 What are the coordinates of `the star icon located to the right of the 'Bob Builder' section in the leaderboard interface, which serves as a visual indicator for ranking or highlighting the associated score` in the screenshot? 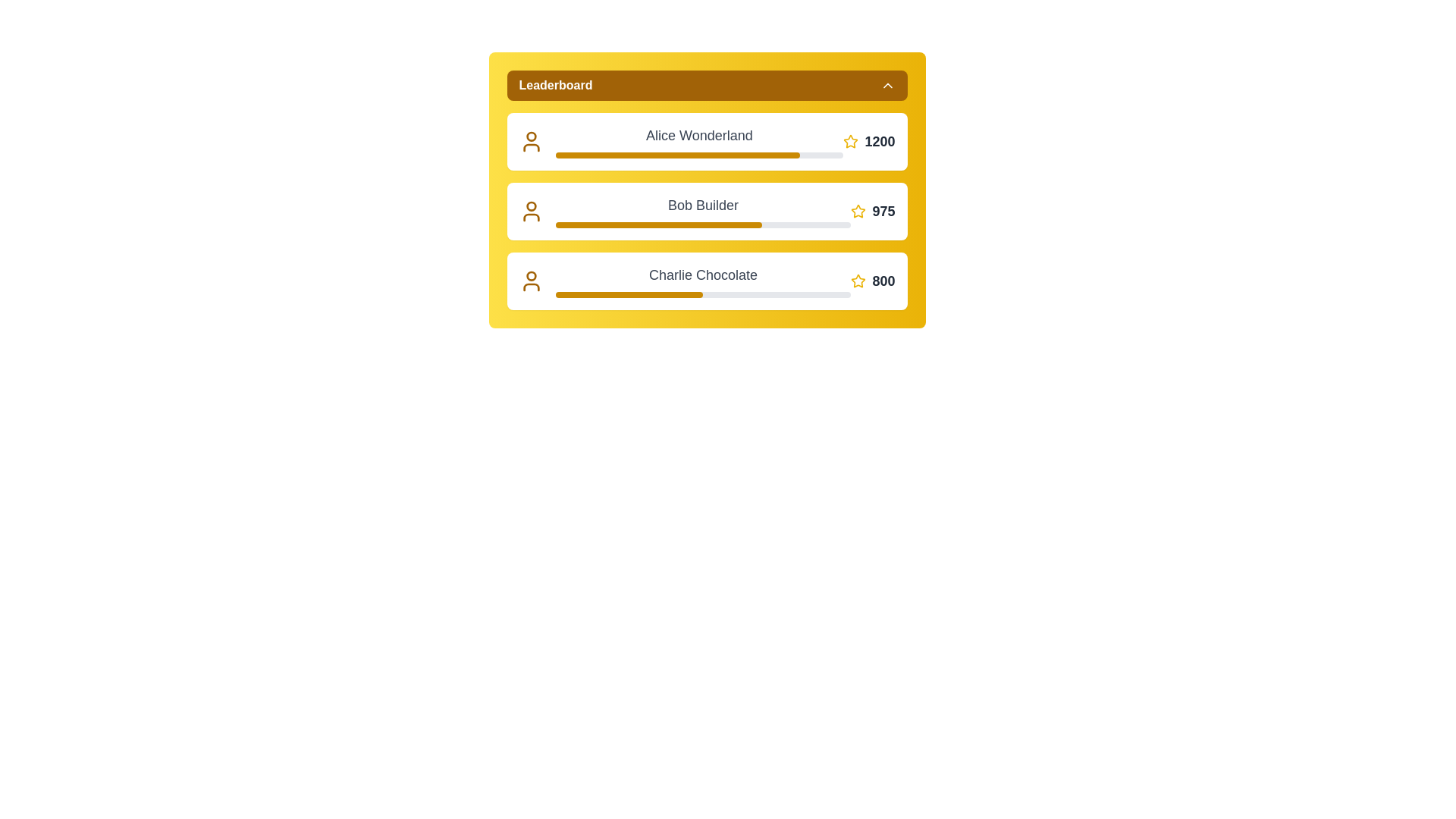 It's located at (858, 211).